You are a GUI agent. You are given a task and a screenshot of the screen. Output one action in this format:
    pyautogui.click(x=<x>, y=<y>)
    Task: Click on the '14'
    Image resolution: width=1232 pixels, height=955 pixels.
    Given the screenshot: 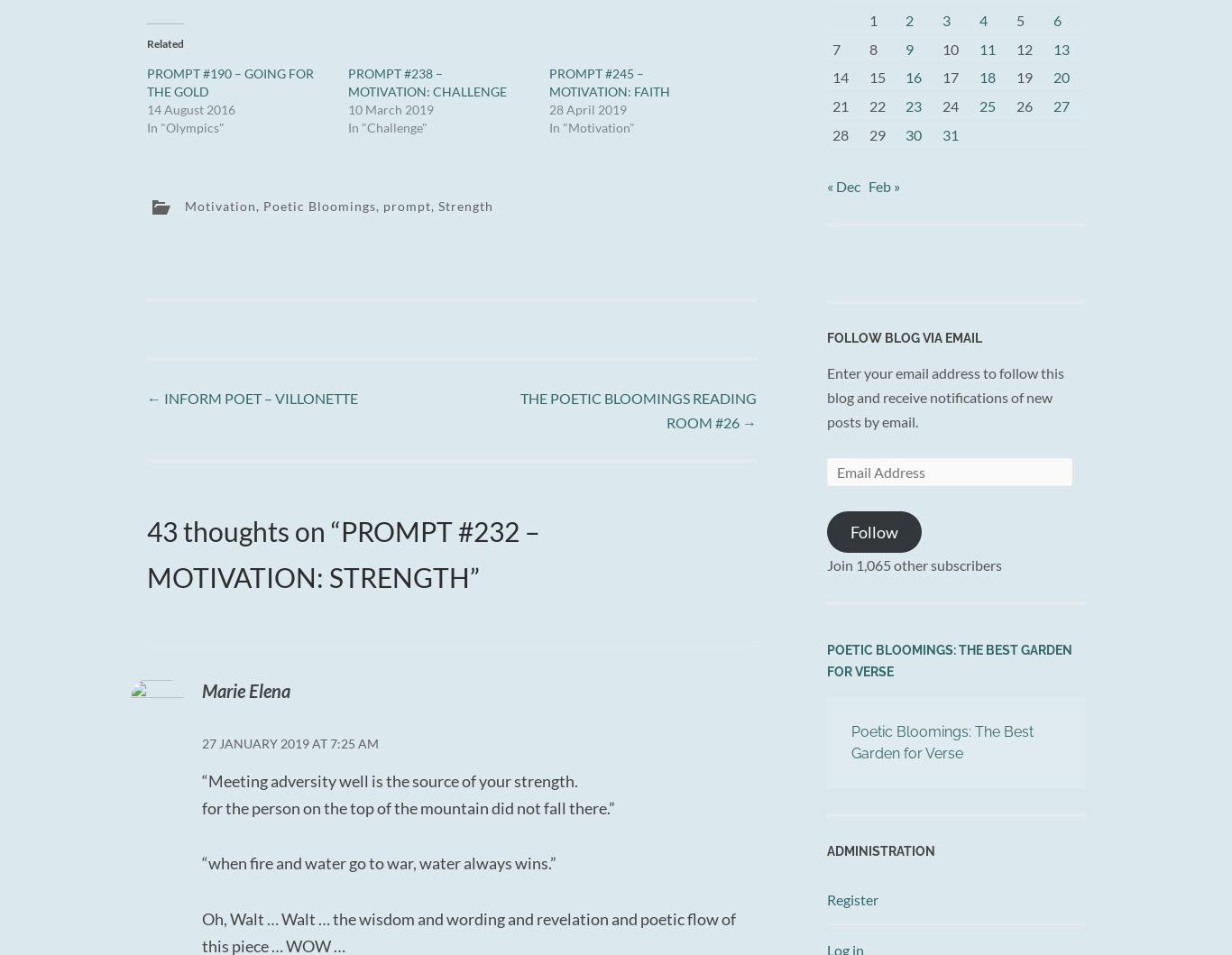 What is the action you would take?
    pyautogui.click(x=832, y=77)
    